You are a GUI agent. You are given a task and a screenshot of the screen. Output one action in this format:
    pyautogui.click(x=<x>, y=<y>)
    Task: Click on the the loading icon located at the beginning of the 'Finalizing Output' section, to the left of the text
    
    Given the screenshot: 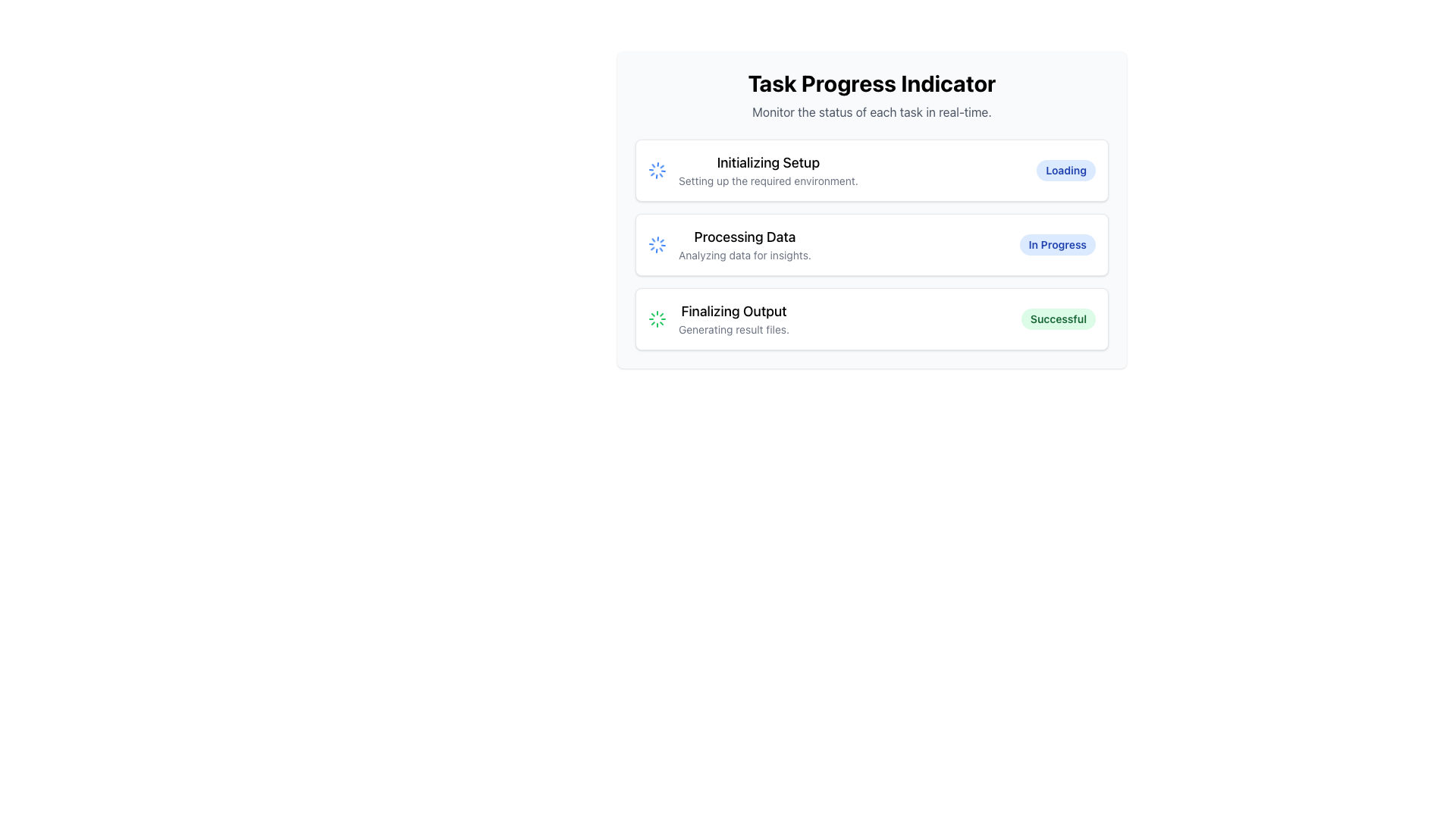 What is the action you would take?
    pyautogui.click(x=657, y=318)
    